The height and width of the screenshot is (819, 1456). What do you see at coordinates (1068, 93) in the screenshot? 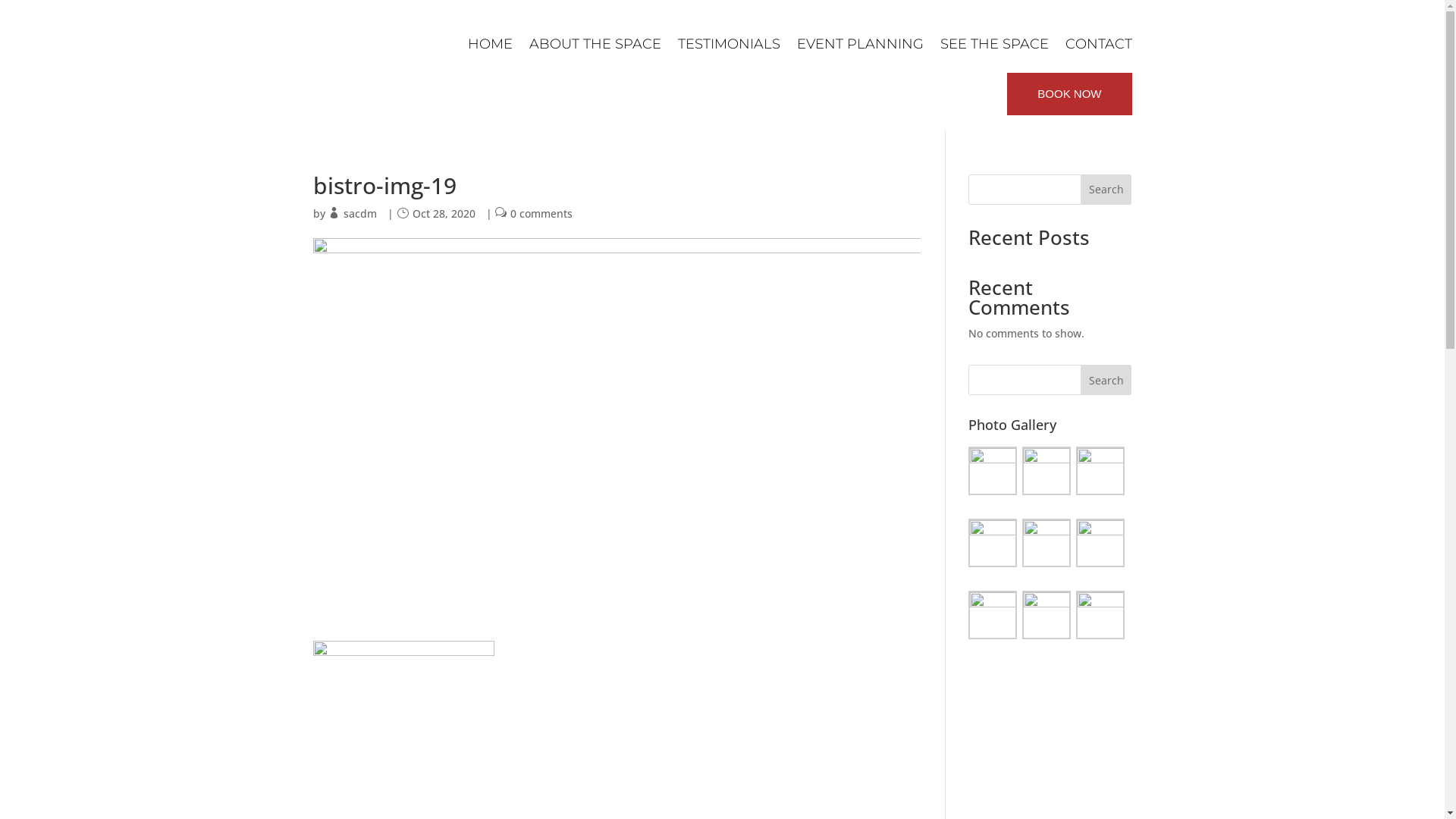
I see `'BOOK NOW'` at bounding box center [1068, 93].